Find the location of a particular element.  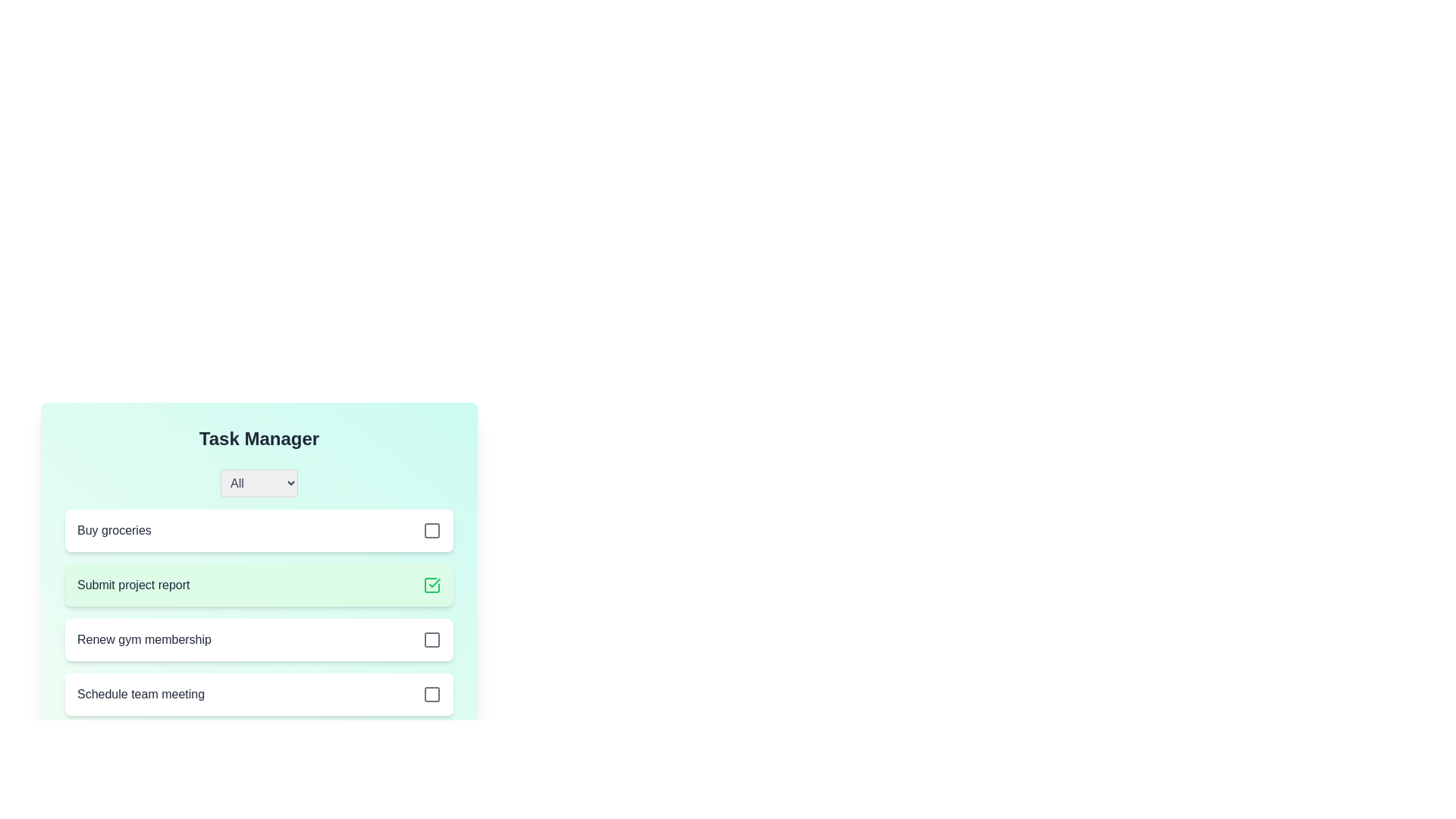

the filter category All from the dropdown menu is located at coordinates (259, 483).